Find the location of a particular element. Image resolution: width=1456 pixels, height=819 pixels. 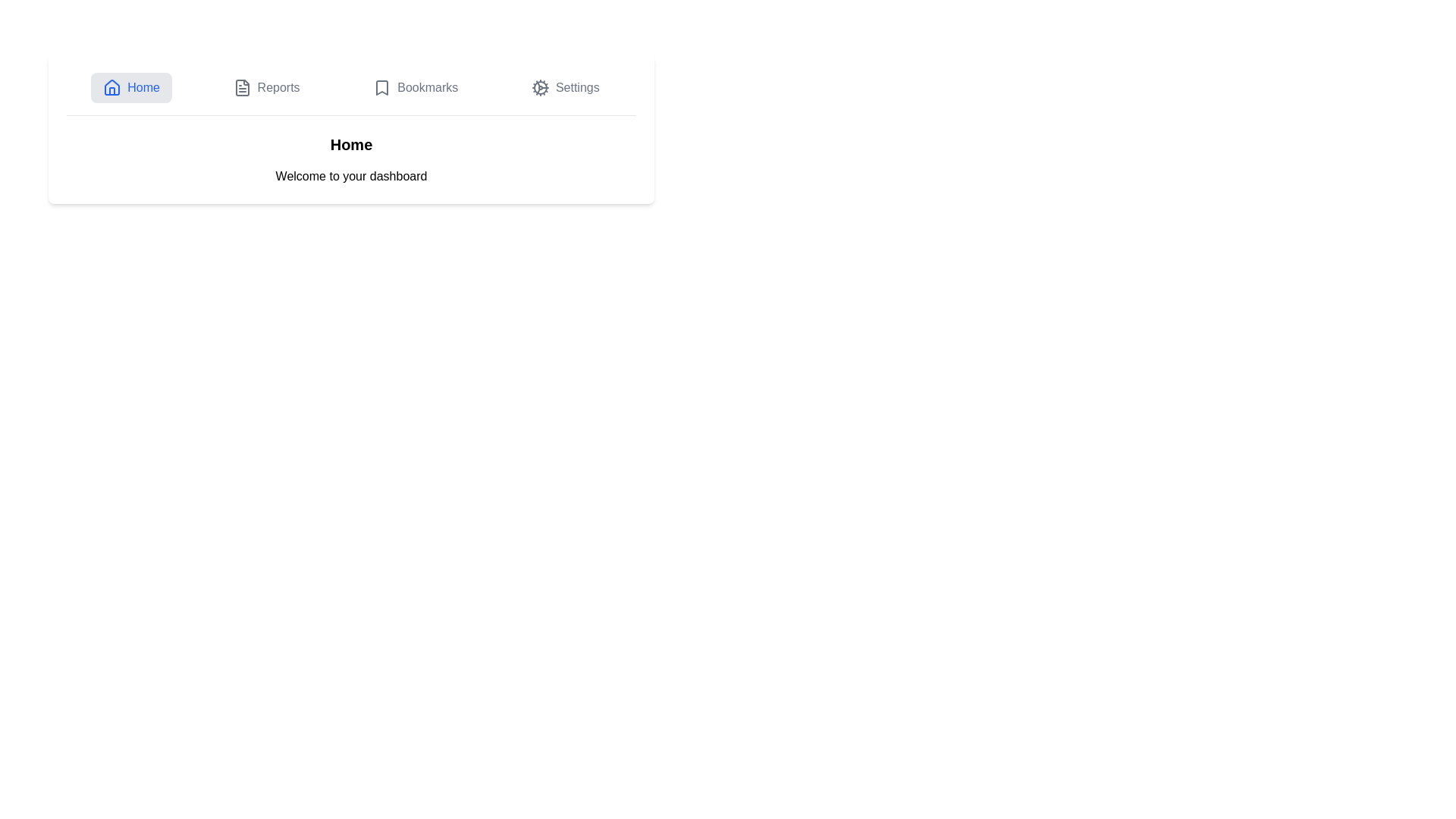

the bookmark icon located in the navigation bar between 'Reports' and 'Settings' is located at coordinates (382, 87).